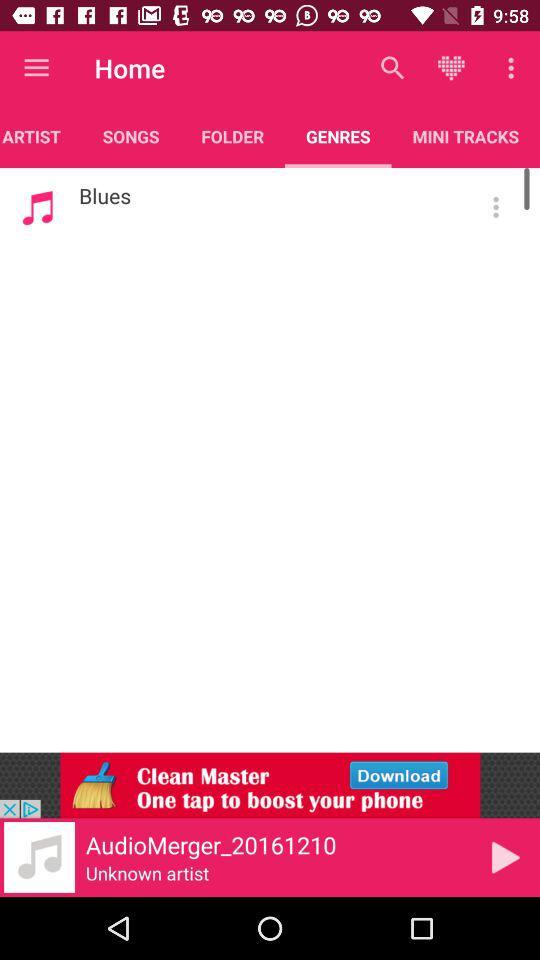 The image size is (540, 960). Describe the element at coordinates (495, 207) in the screenshot. I see `the blues option` at that location.